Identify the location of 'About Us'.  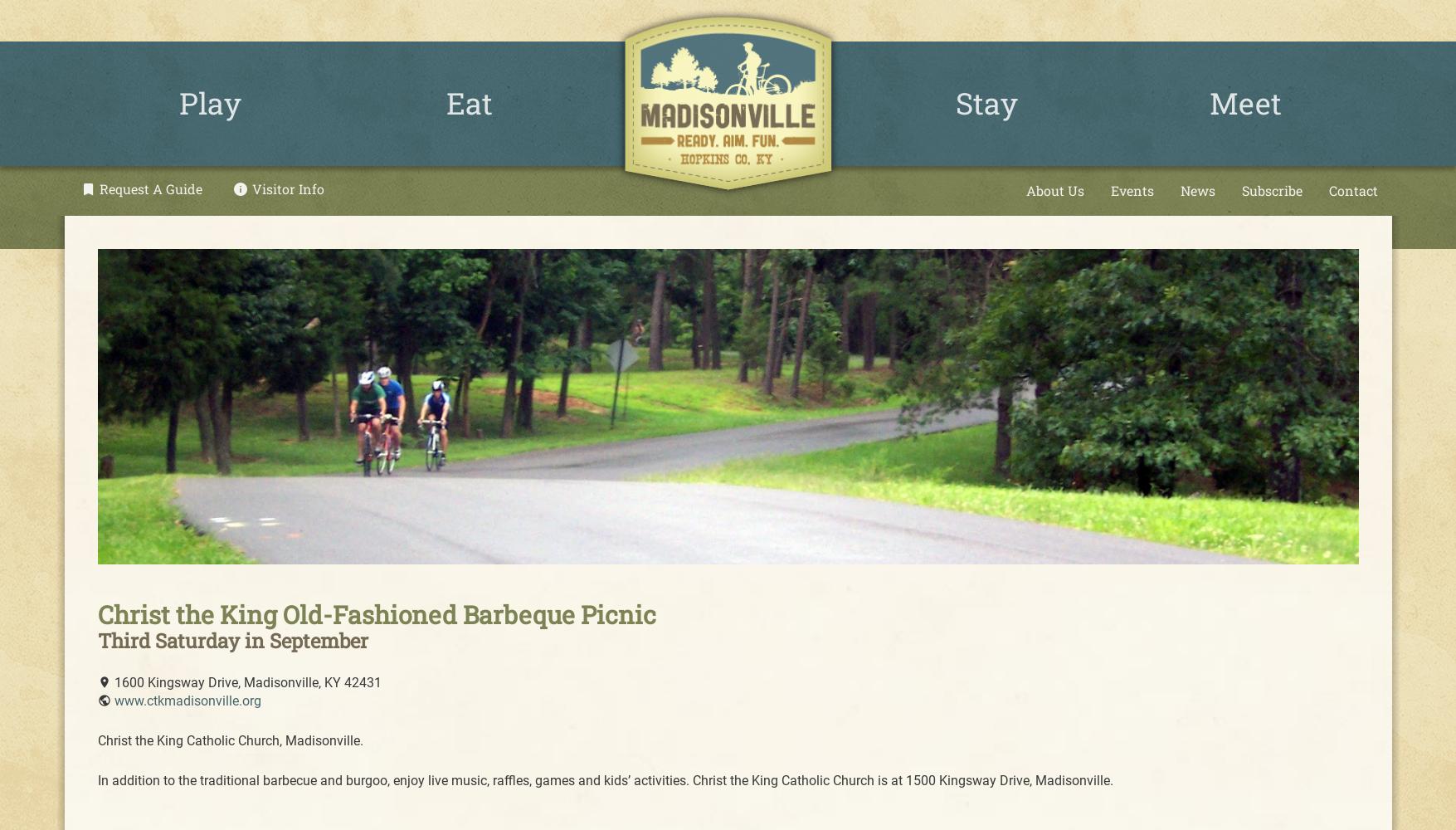
(1025, 188).